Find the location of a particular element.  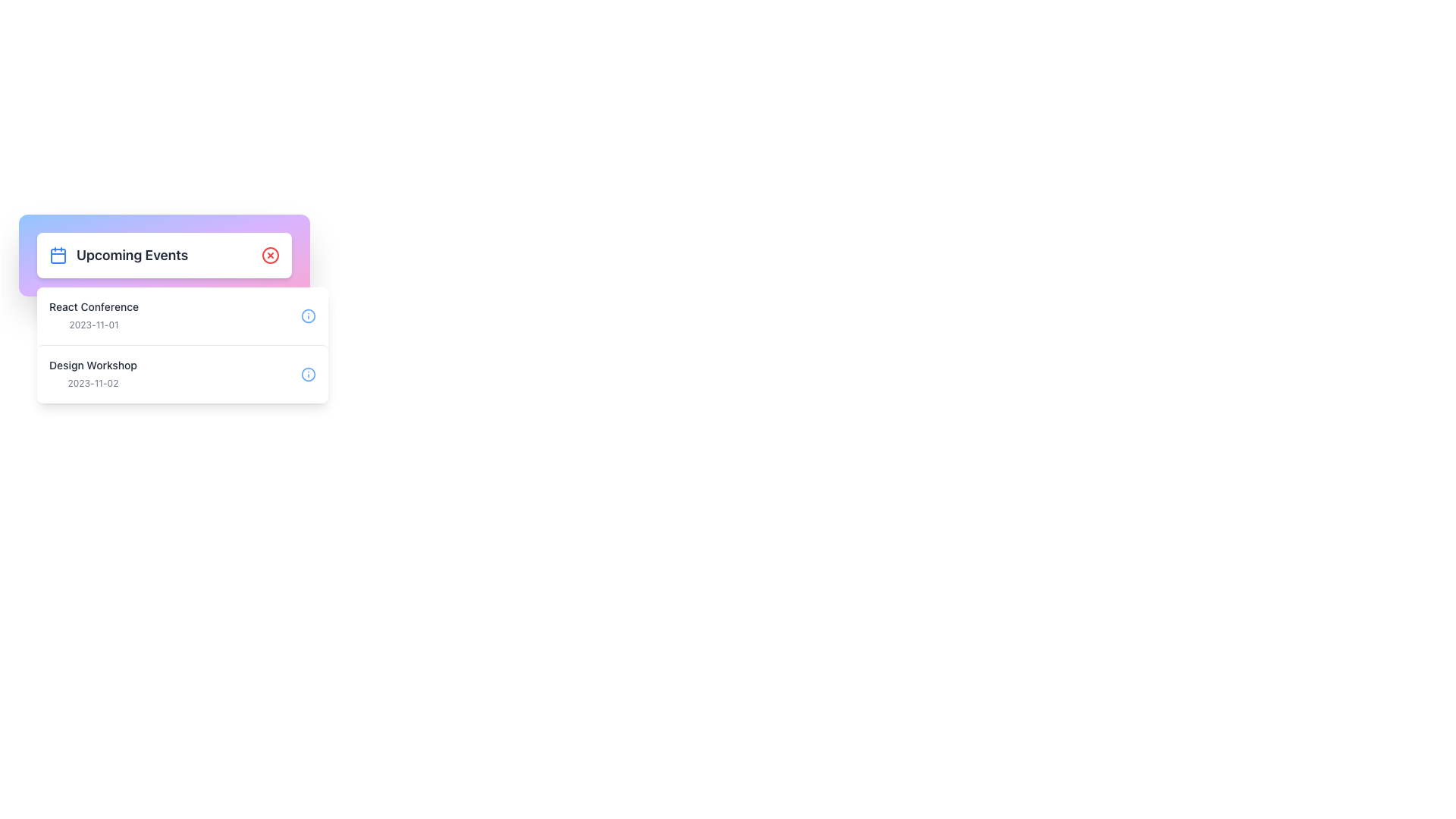

static text displaying the date '2023-11-01' located below the 'React Conference' header in the 'Upcoming Events' list is located at coordinates (93, 324).